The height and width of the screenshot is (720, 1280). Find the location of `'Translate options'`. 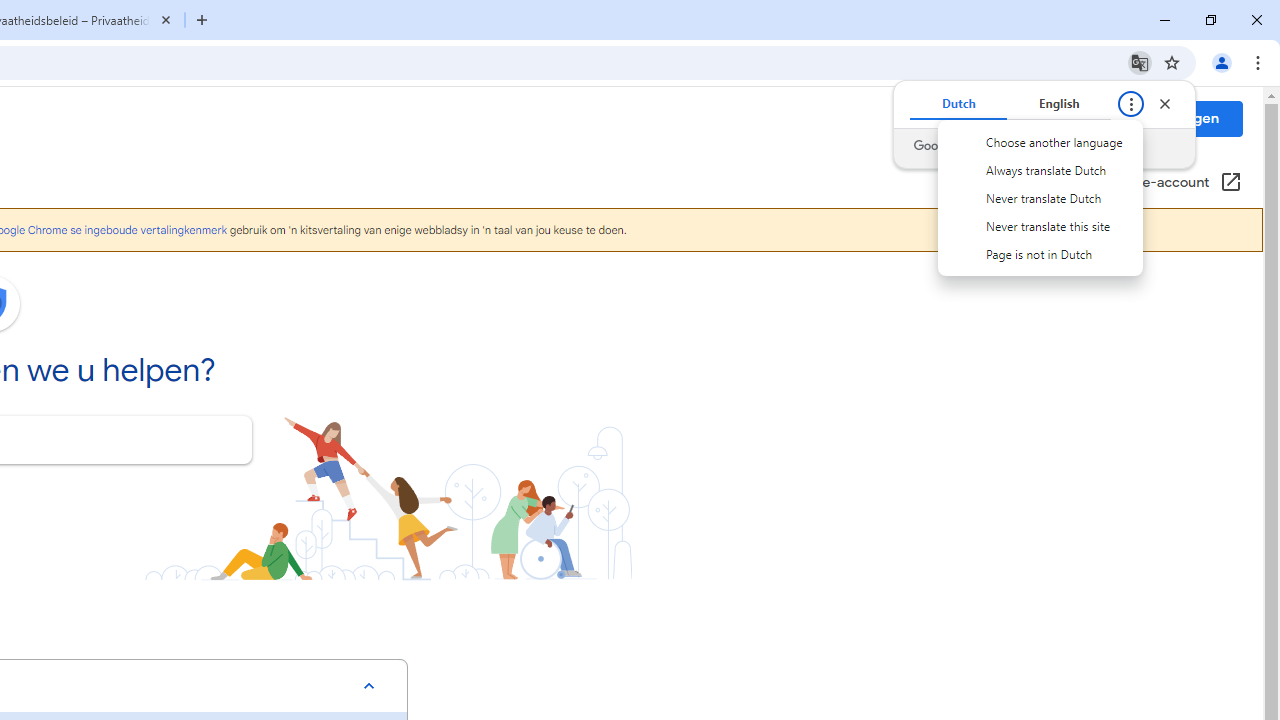

'Translate options' is located at coordinates (1130, 104).